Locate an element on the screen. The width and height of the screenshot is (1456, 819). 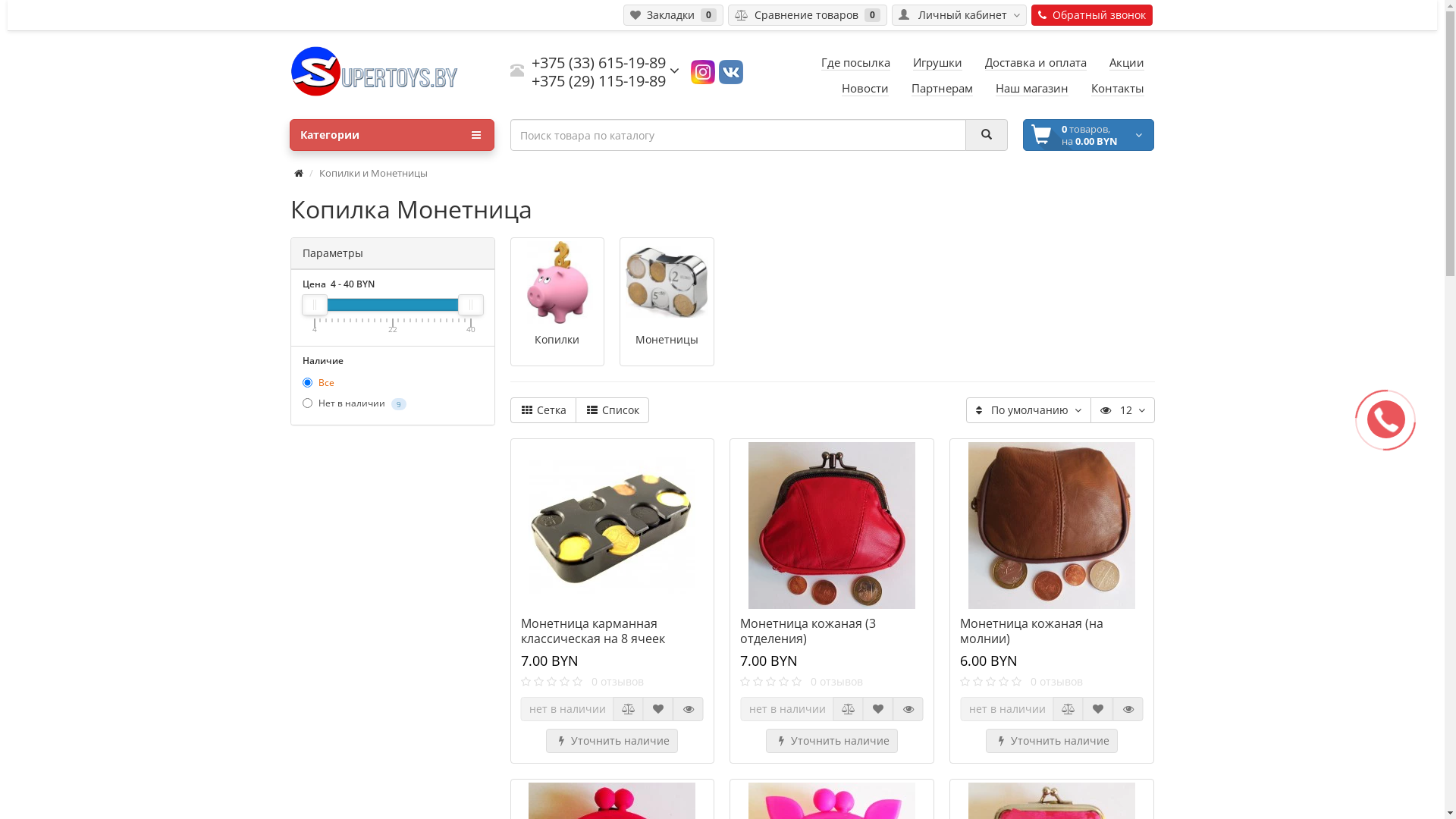
'   12  ' is located at coordinates (1122, 409).